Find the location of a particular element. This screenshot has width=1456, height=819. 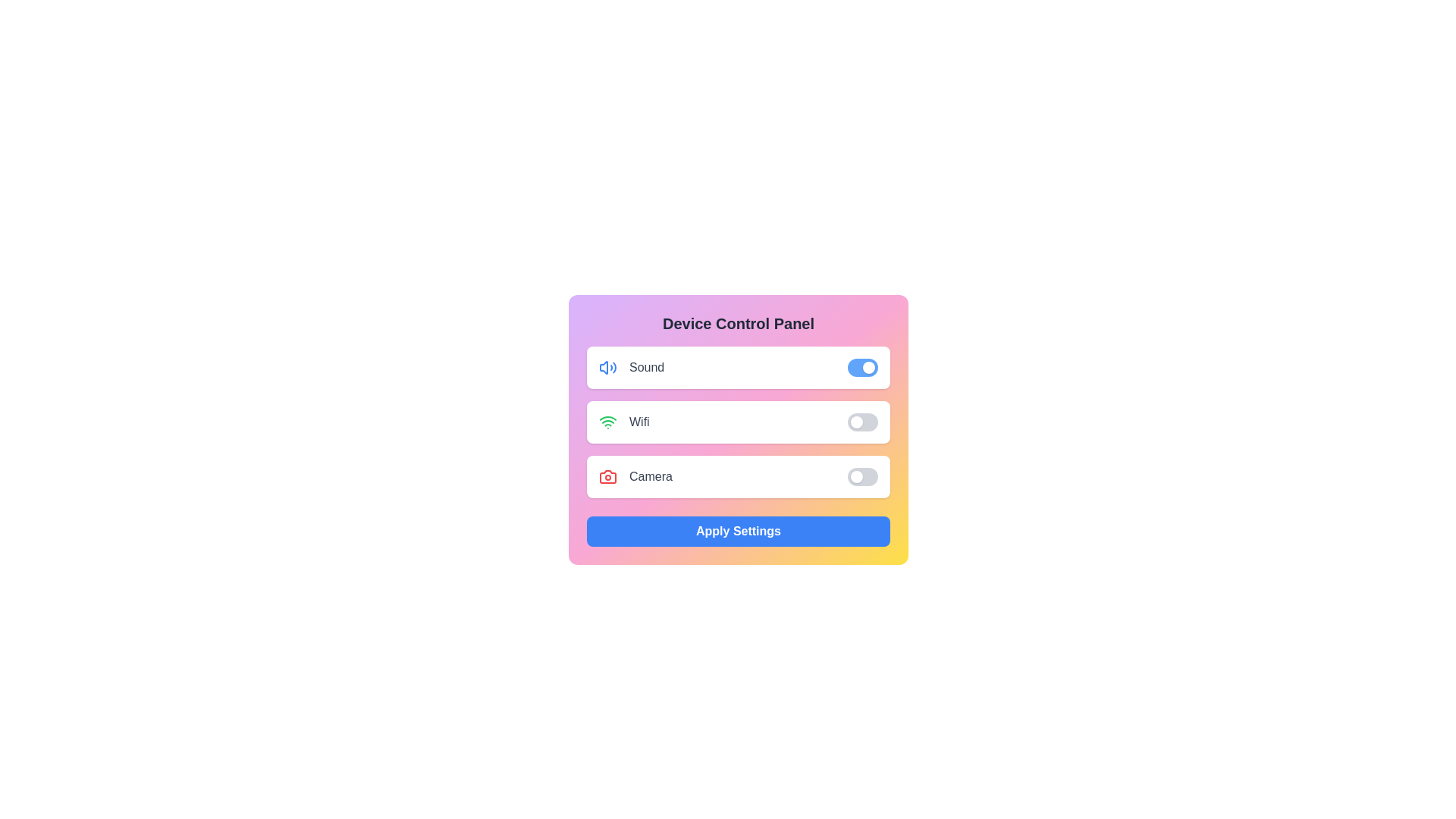

the toggle switch for the camera to change its state is located at coordinates (862, 475).